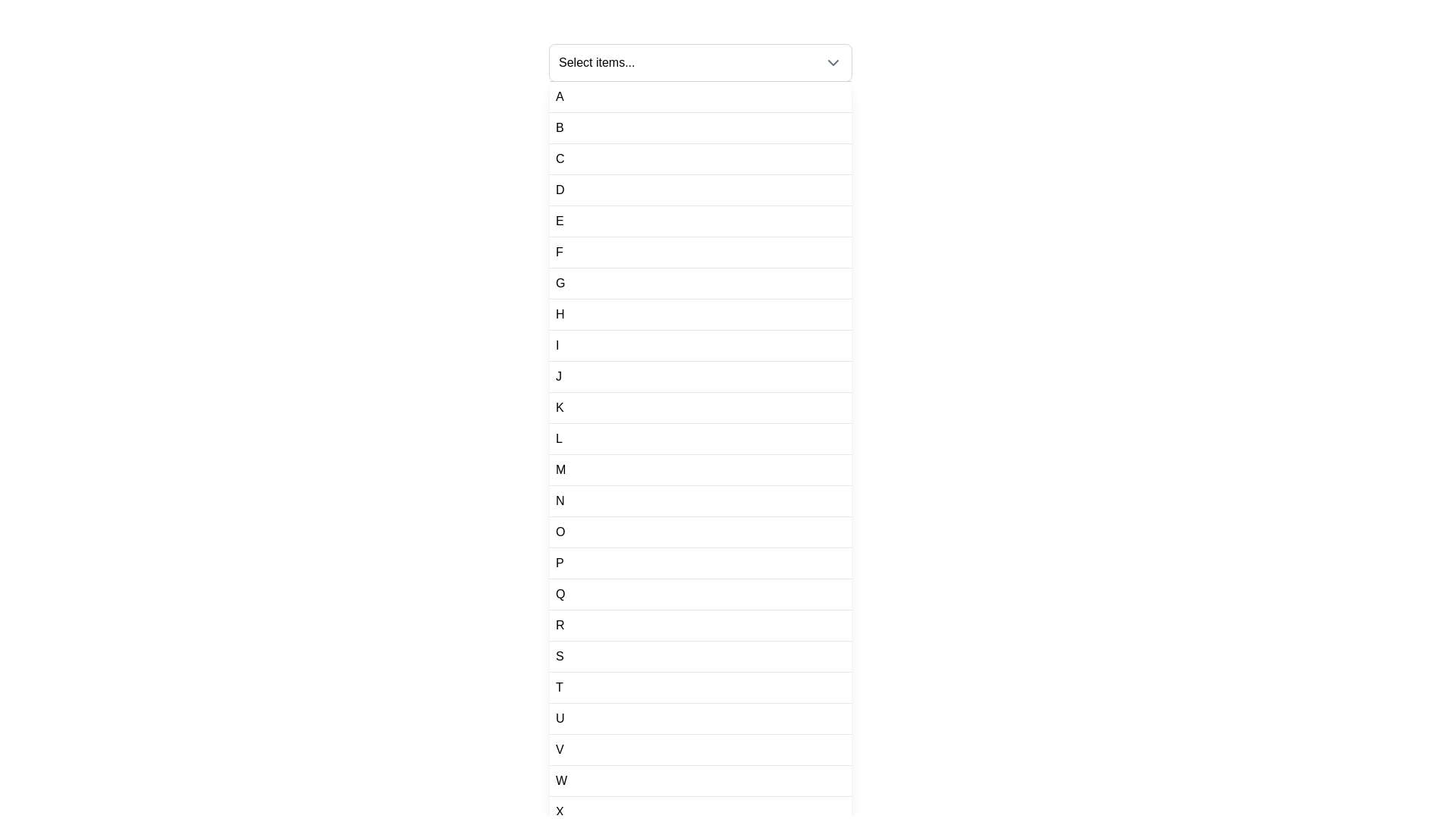 The height and width of the screenshot is (819, 1456). I want to click on the selectable list item displaying the letter 'F' in black font within the dropdown panel, so click(700, 252).